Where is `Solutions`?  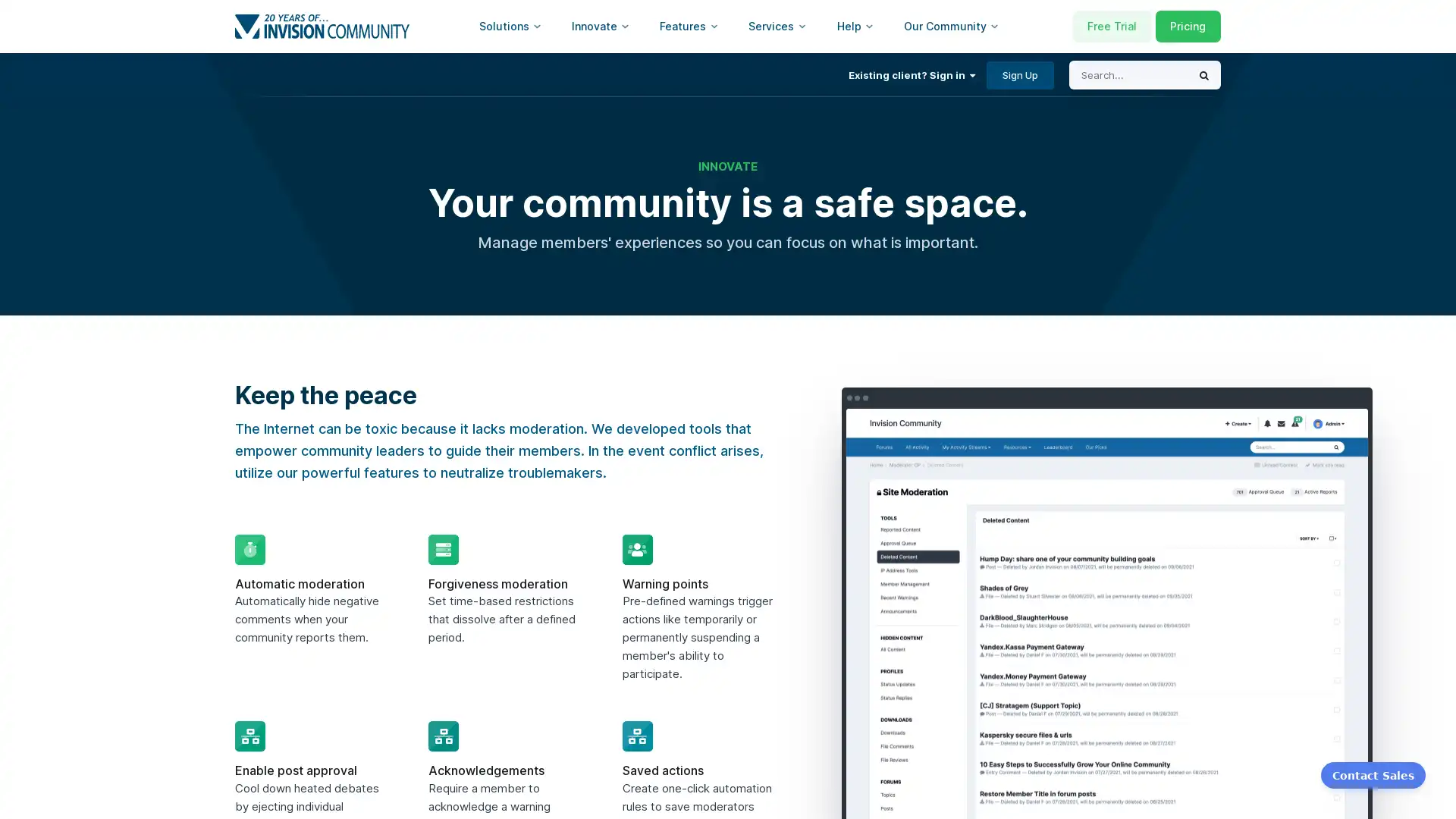
Solutions is located at coordinates (510, 26).